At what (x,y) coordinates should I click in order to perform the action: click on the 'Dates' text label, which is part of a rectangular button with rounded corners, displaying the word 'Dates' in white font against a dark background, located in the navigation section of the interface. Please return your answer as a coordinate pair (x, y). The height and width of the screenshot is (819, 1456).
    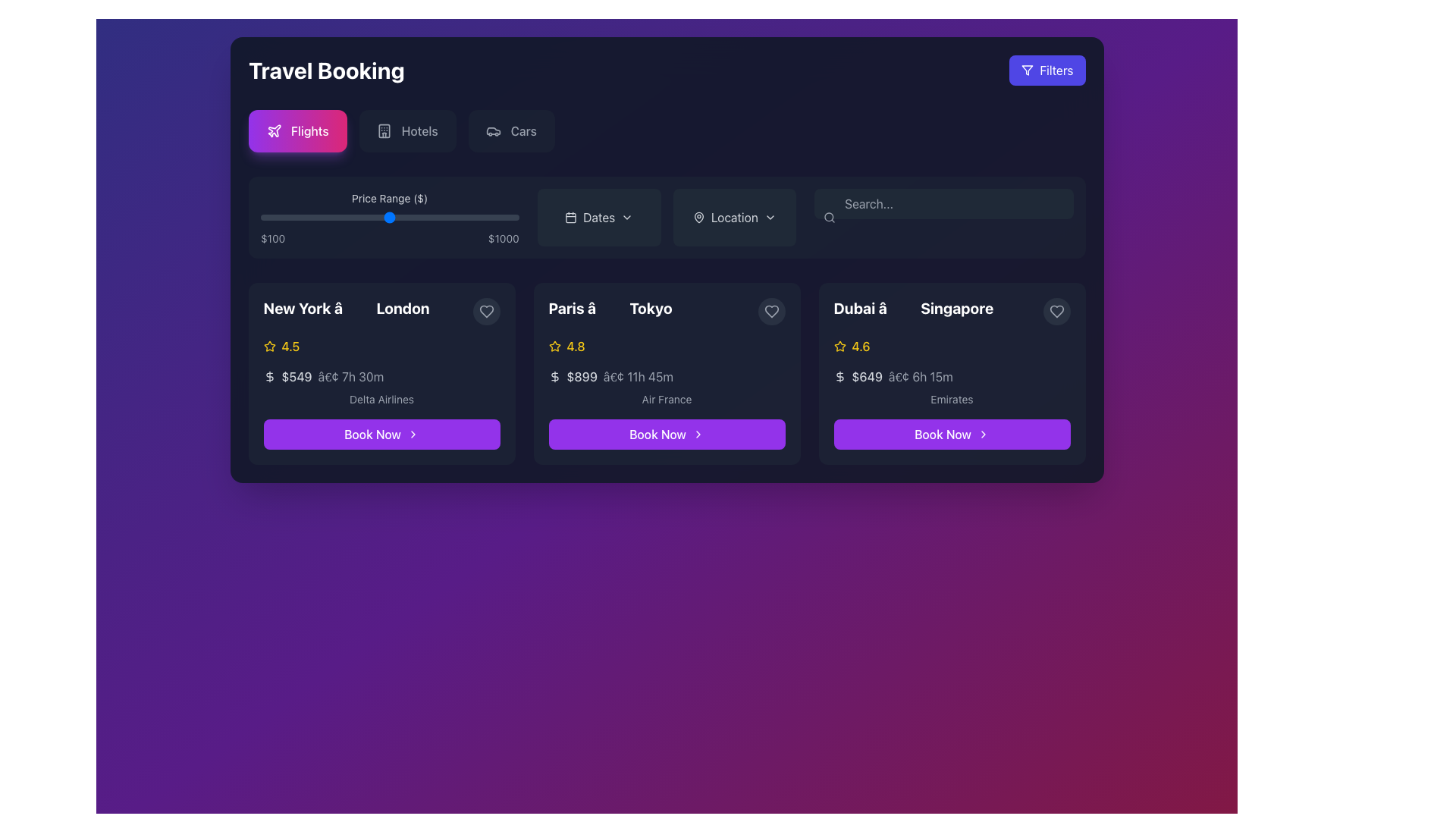
    Looking at the image, I should click on (598, 217).